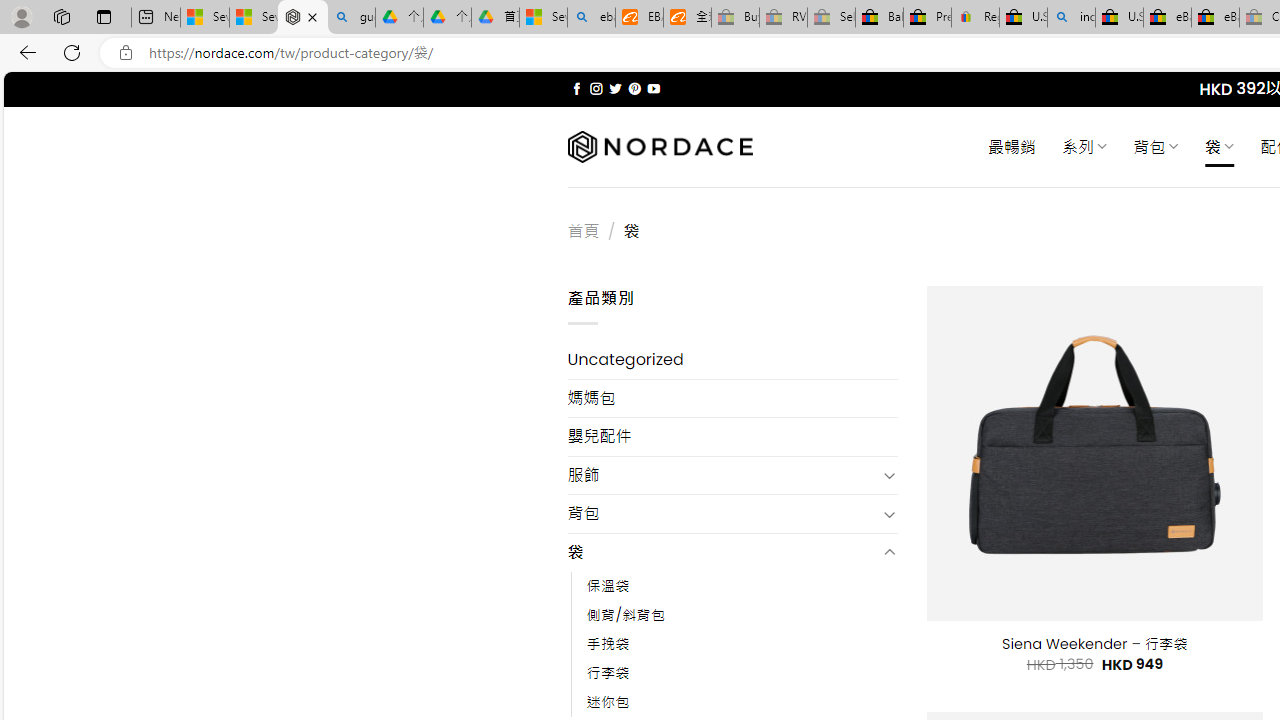 Image resolution: width=1280 pixels, height=720 pixels. What do you see at coordinates (734, 17) in the screenshot?
I see `'Buy Auto Parts & Accessories | eBay - Sleeping'` at bounding box center [734, 17].